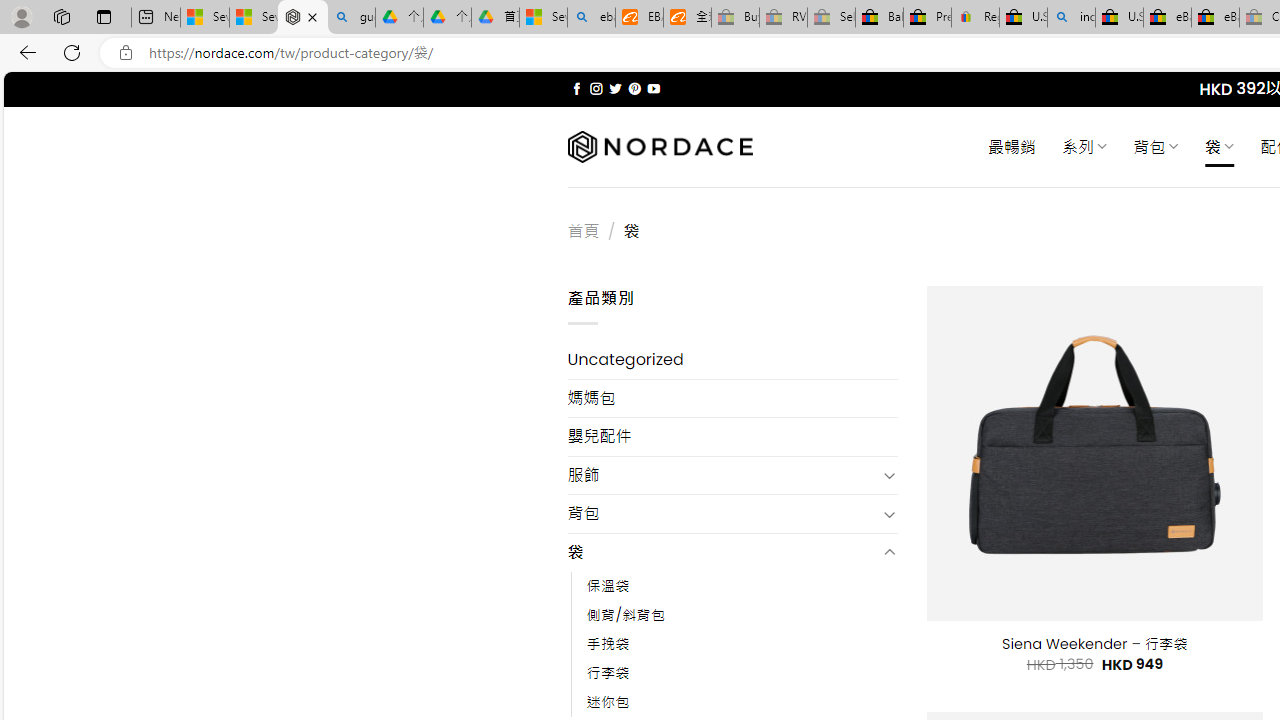 Image resolution: width=1280 pixels, height=720 pixels. What do you see at coordinates (734, 17) in the screenshot?
I see `'Buy Auto Parts & Accessories | eBay - Sleeping'` at bounding box center [734, 17].